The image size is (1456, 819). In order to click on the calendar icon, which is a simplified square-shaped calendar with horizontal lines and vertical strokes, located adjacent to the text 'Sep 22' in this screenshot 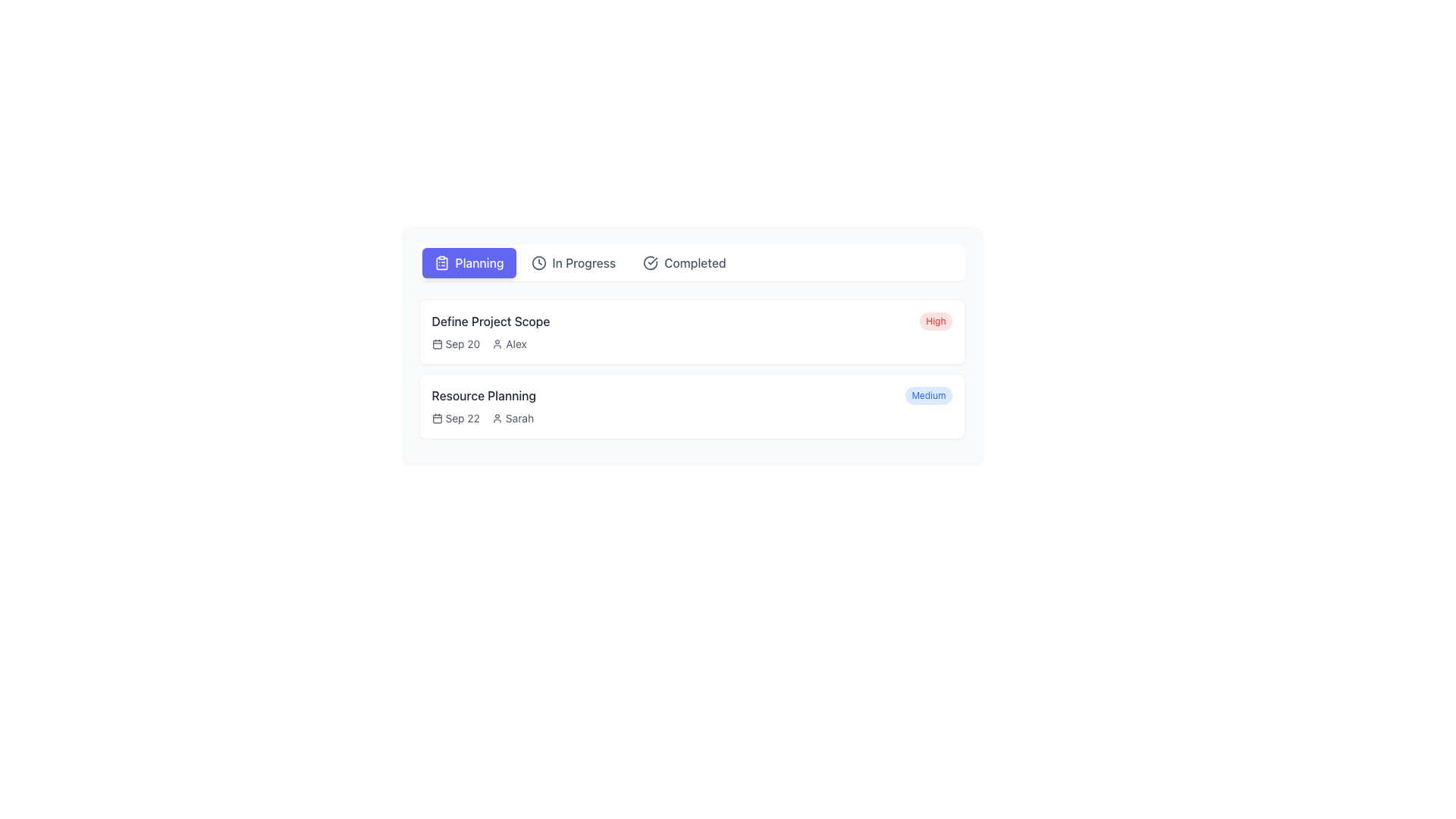, I will do `click(436, 418)`.